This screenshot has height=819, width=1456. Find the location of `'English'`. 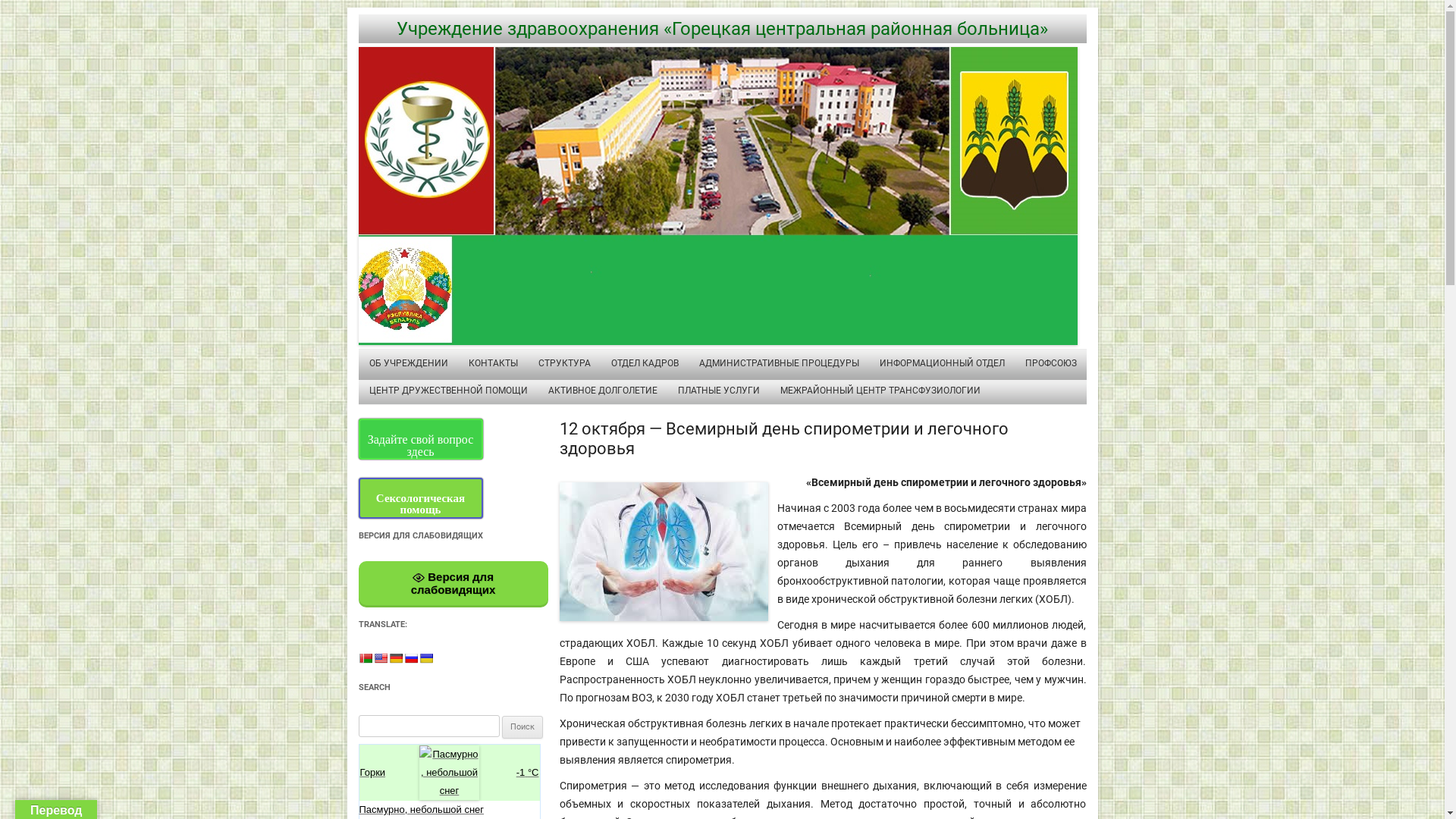

'English' is located at coordinates (379, 657).